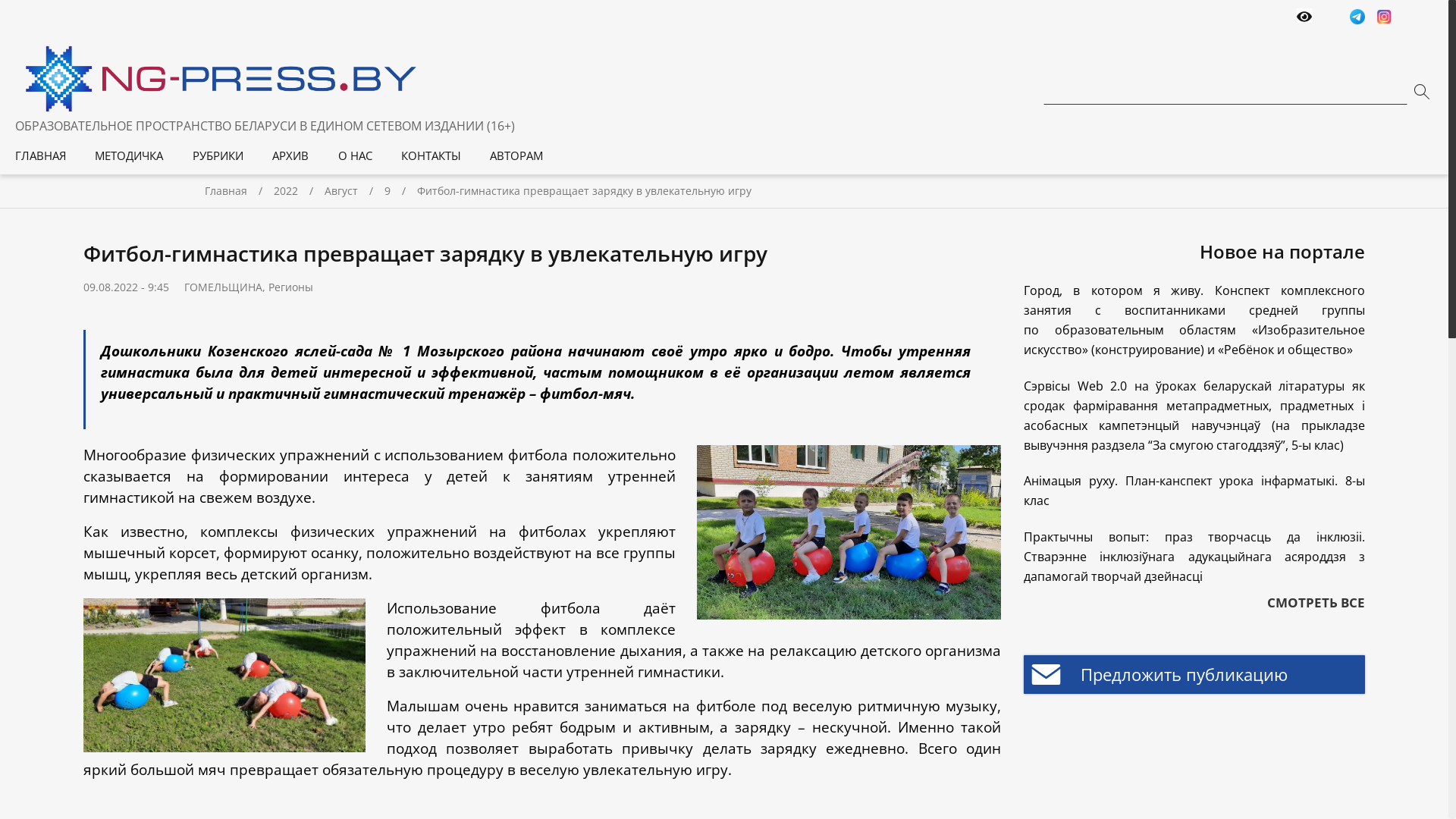 The height and width of the screenshot is (819, 1456). Describe the element at coordinates (384, 190) in the screenshot. I see `'9'` at that location.